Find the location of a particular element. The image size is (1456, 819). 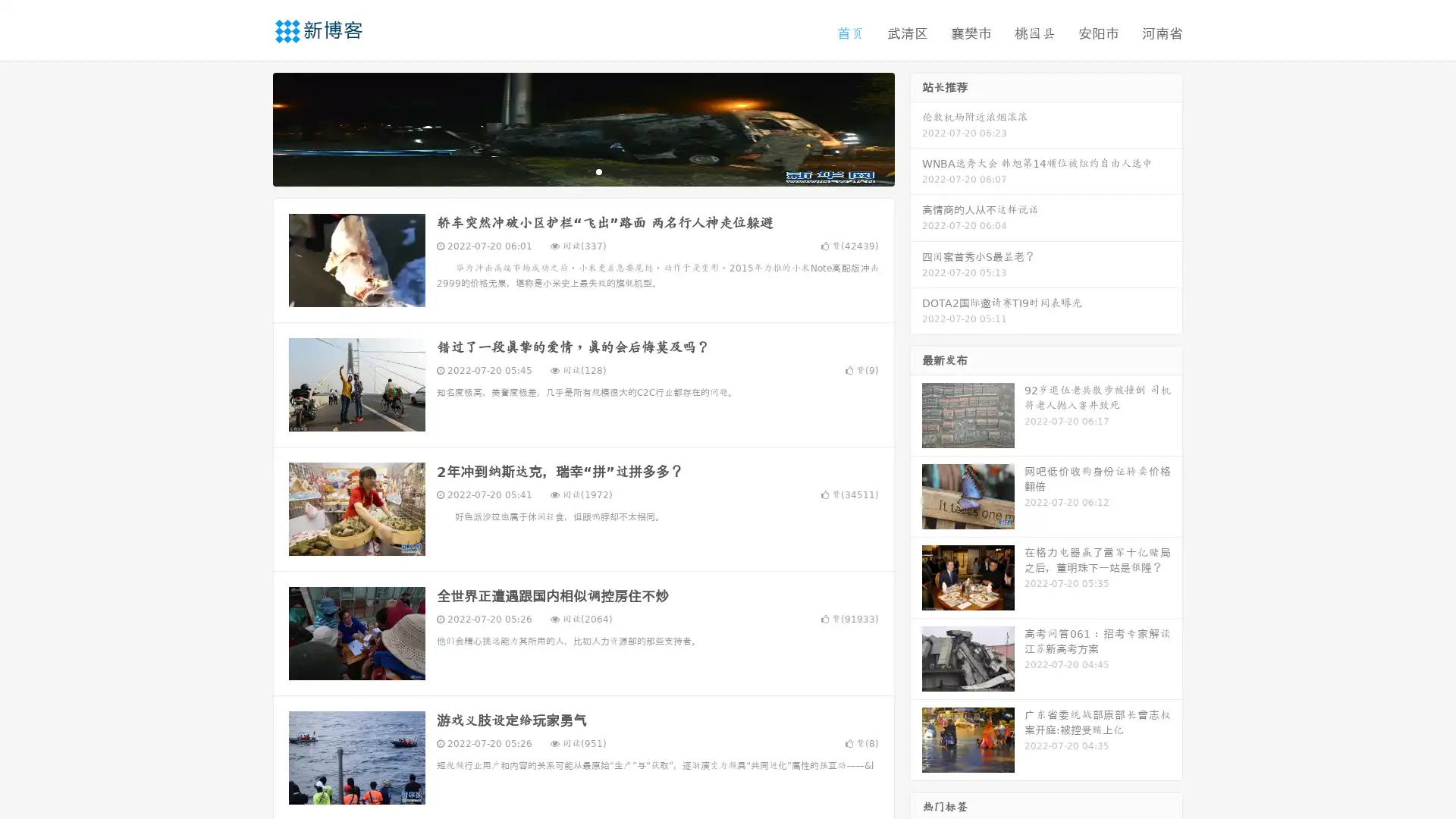

Next slide is located at coordinates (916, 127).